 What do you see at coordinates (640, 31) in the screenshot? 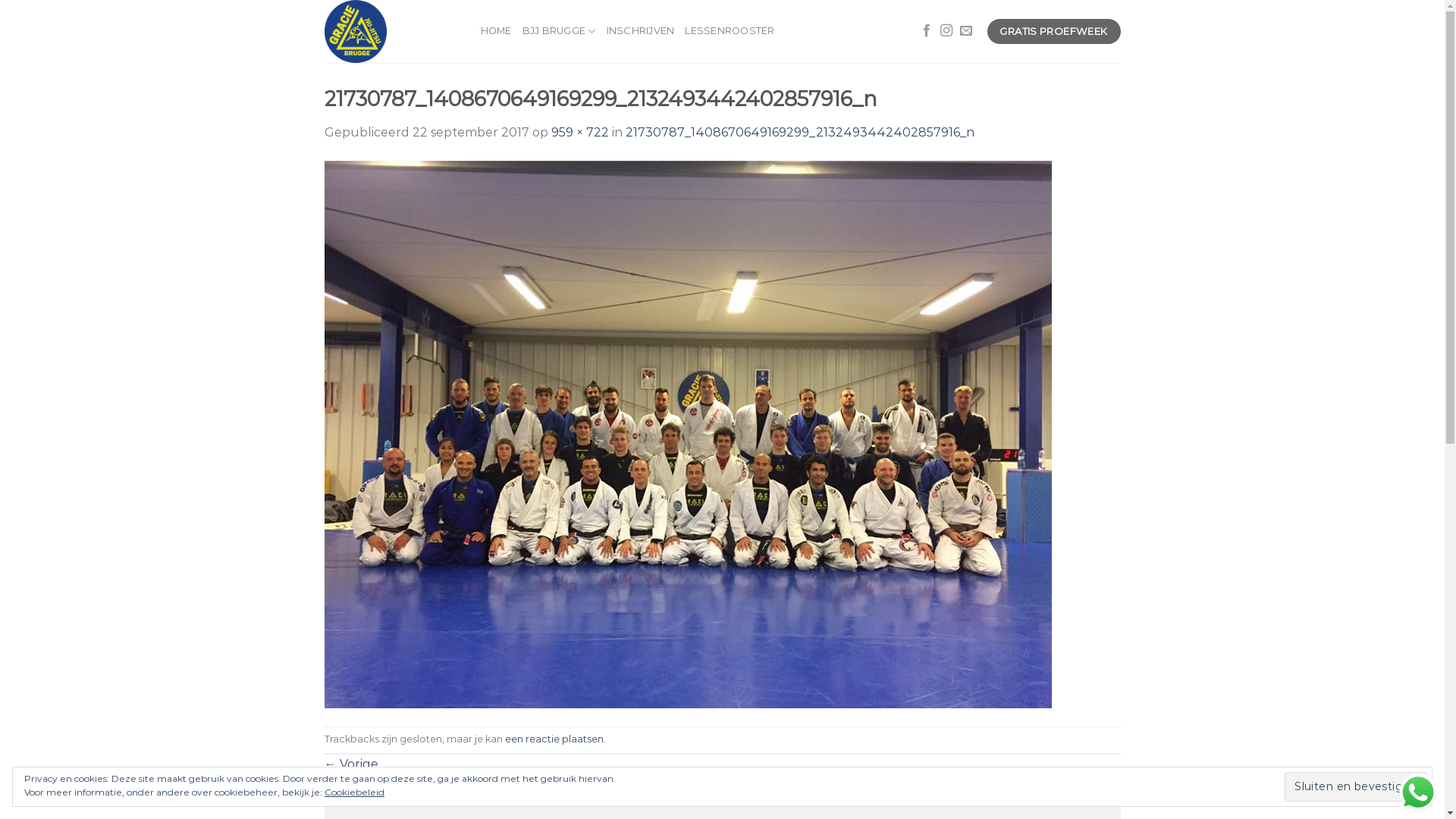
I see `'INSCHRIJVEN'` at bounding box center [640, 31].